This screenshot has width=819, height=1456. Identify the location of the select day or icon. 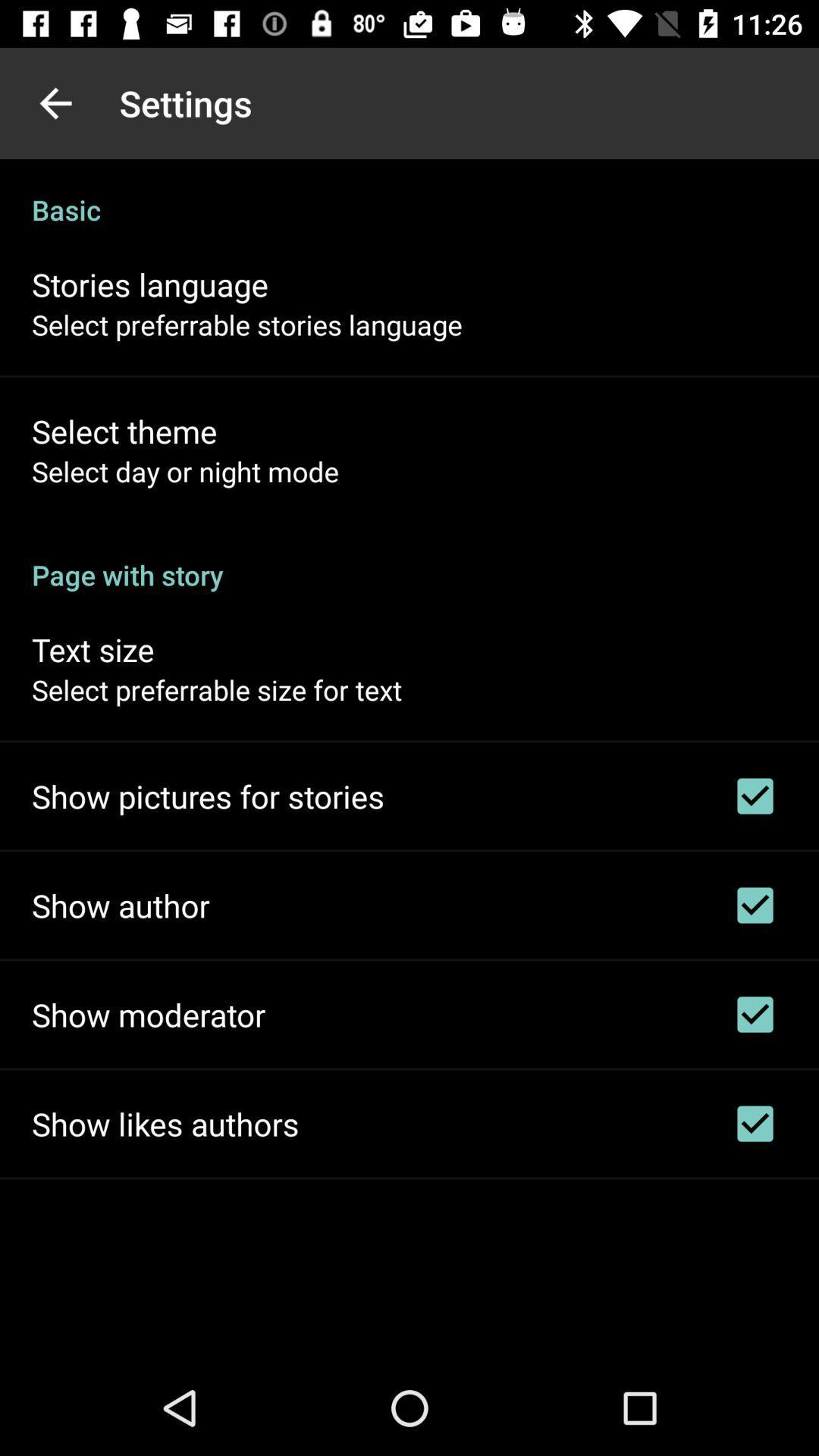
(184, 470).